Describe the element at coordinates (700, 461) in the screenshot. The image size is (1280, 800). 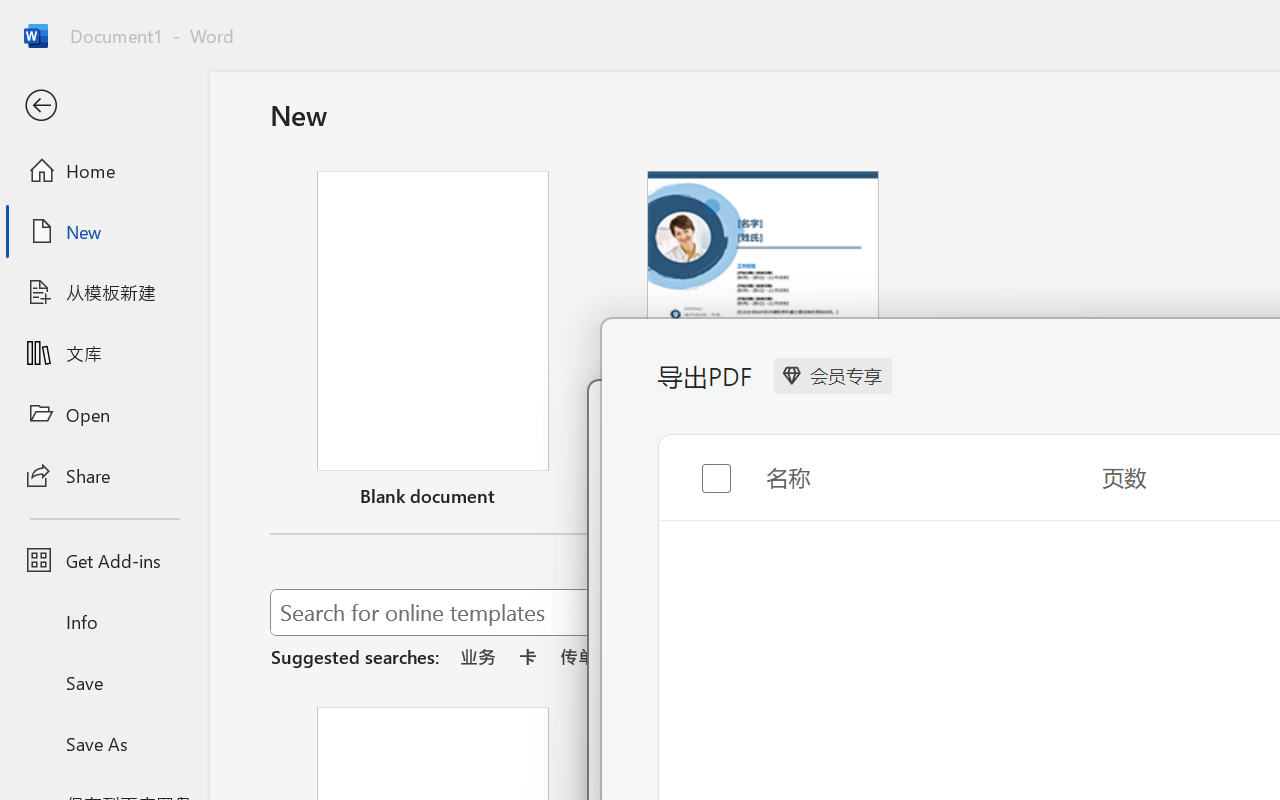
I see `'Toggle selection for all items'` at that location.